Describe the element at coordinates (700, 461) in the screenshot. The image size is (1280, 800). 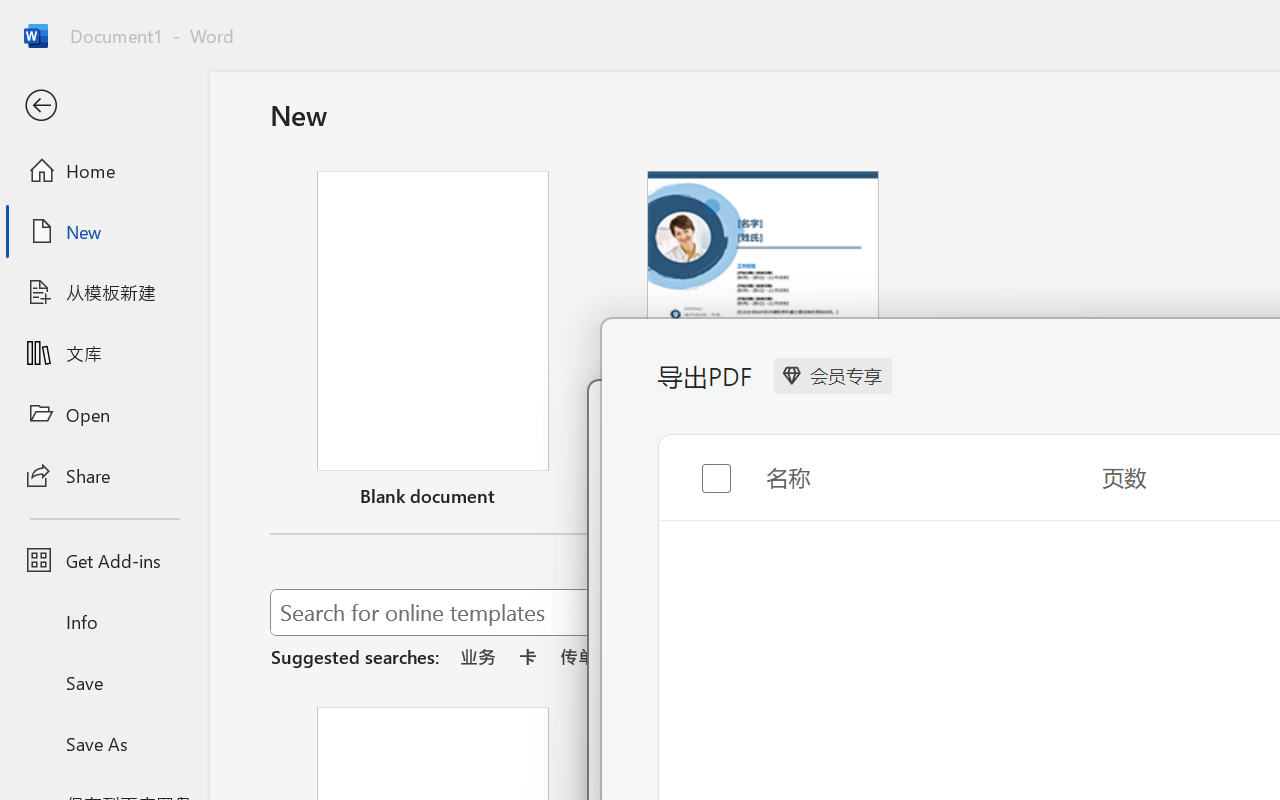
I see `'Toggle selection for all items'` at that location.